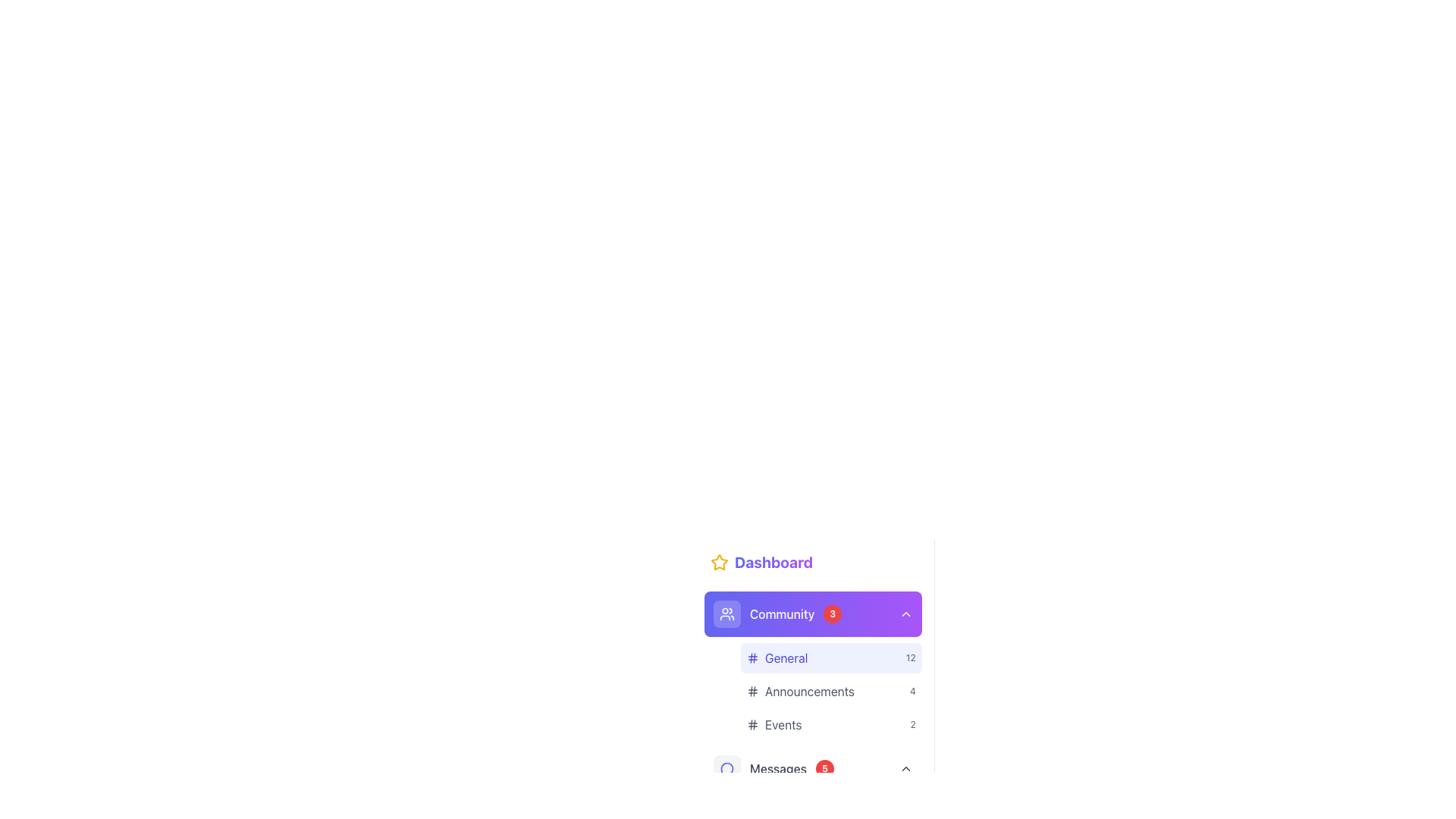 The image size is (1456, 819). I want to click on the chevron icon at the far-right end of the 'Messages' button area, so click(906, 769).